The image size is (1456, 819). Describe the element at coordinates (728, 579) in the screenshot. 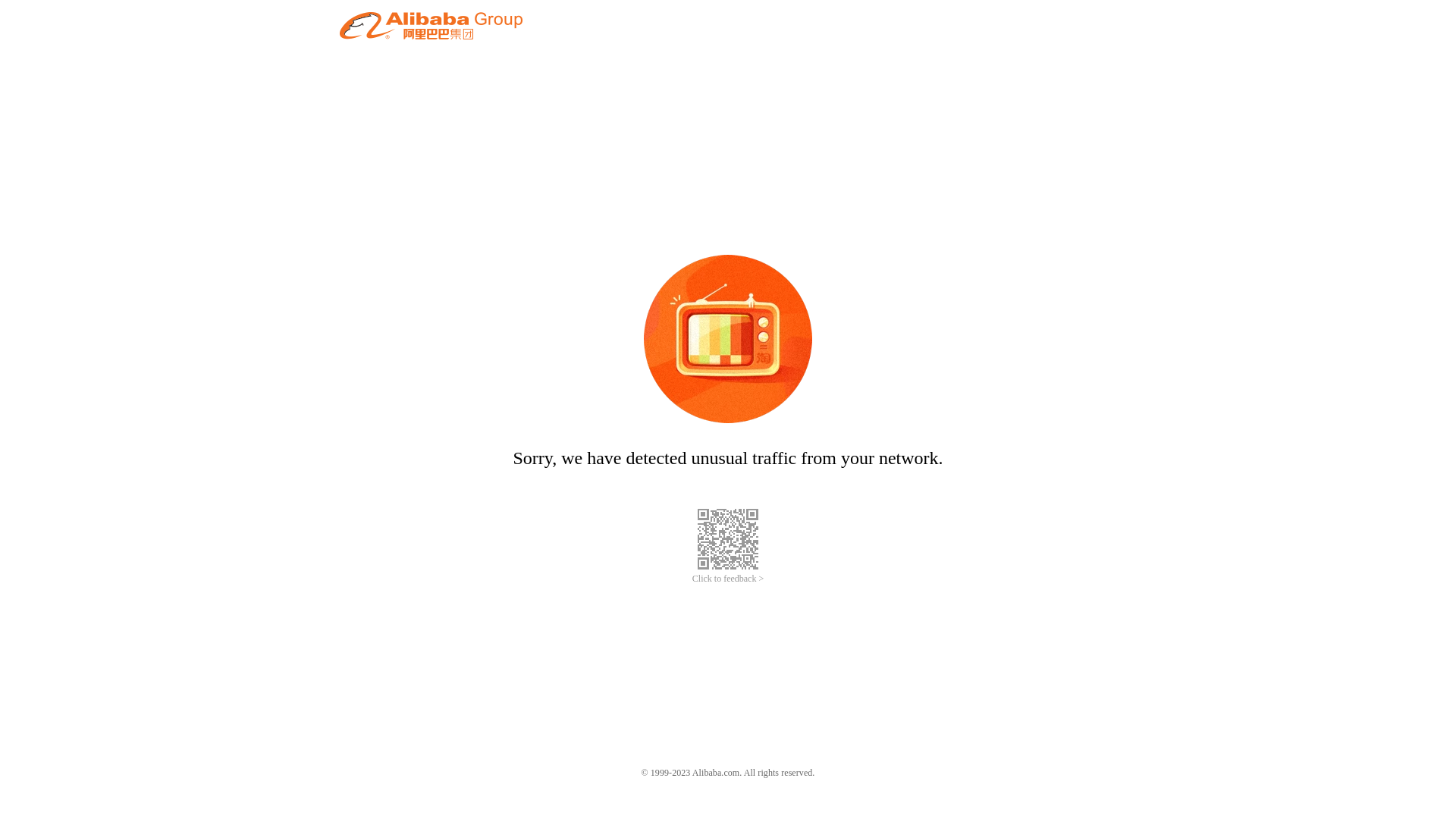

I see `'Click to feedback >'` at that location.